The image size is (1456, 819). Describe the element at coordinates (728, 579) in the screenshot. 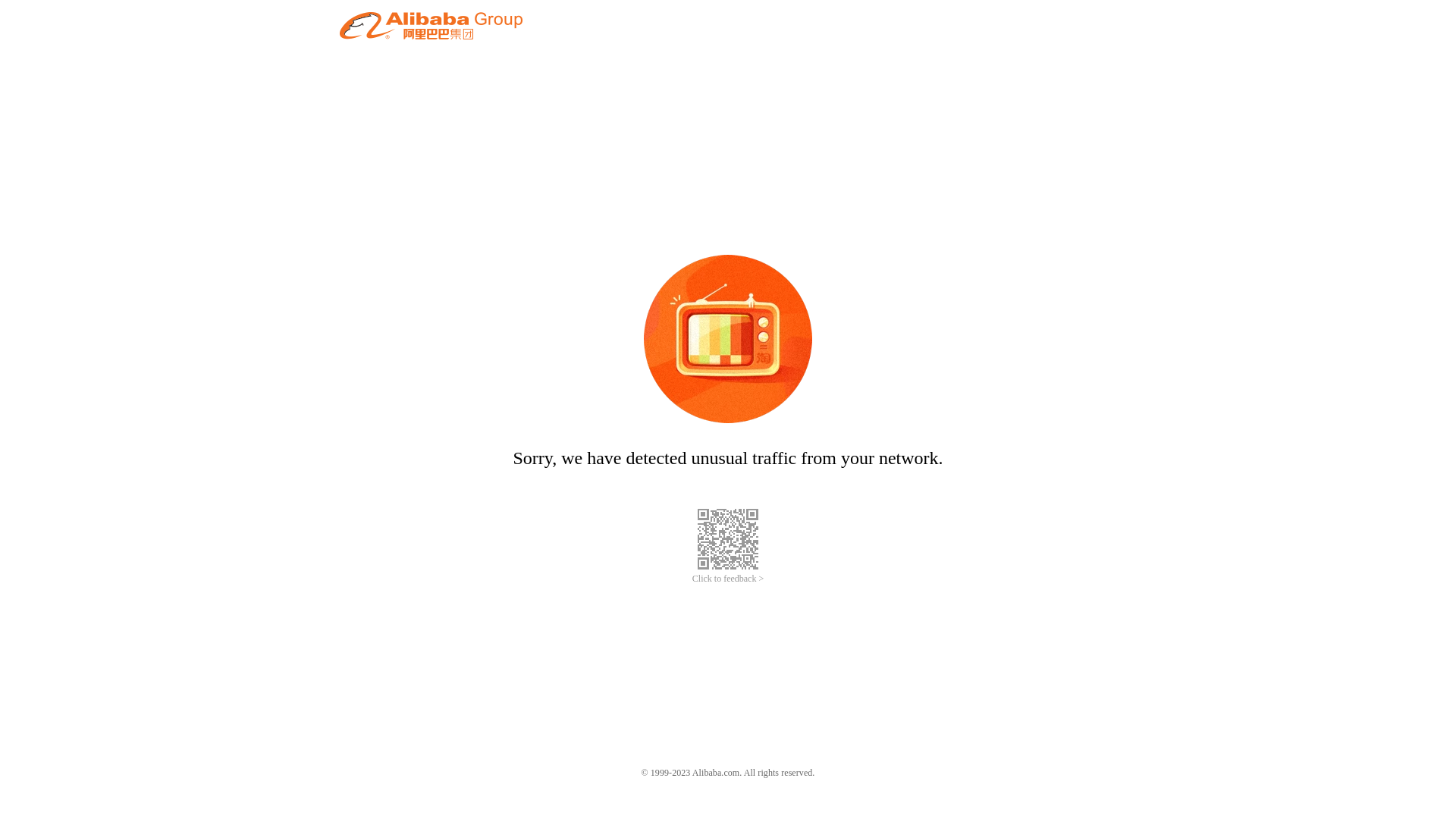

I see `'Click to feedback >'` at that location.